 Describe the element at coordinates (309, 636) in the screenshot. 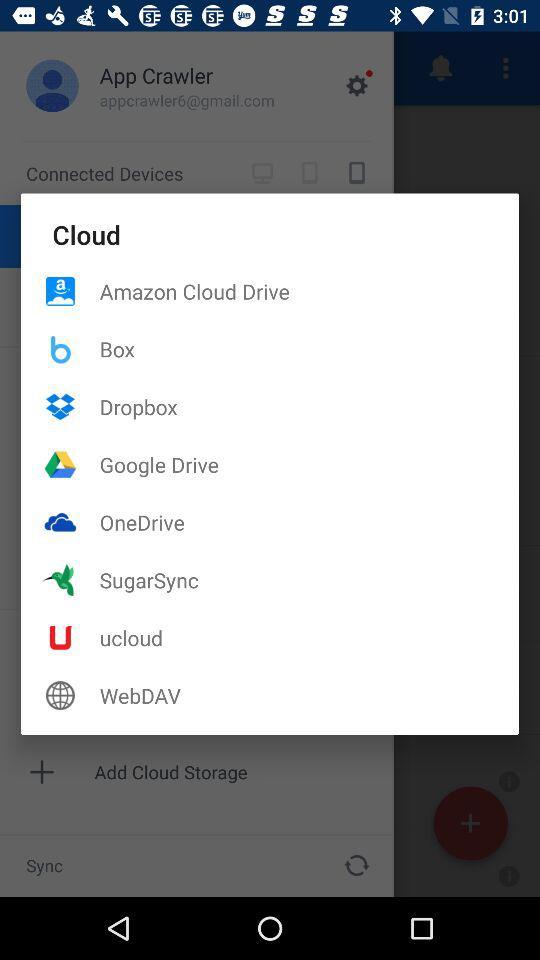

I see `the item below the sugarsync` at that location.